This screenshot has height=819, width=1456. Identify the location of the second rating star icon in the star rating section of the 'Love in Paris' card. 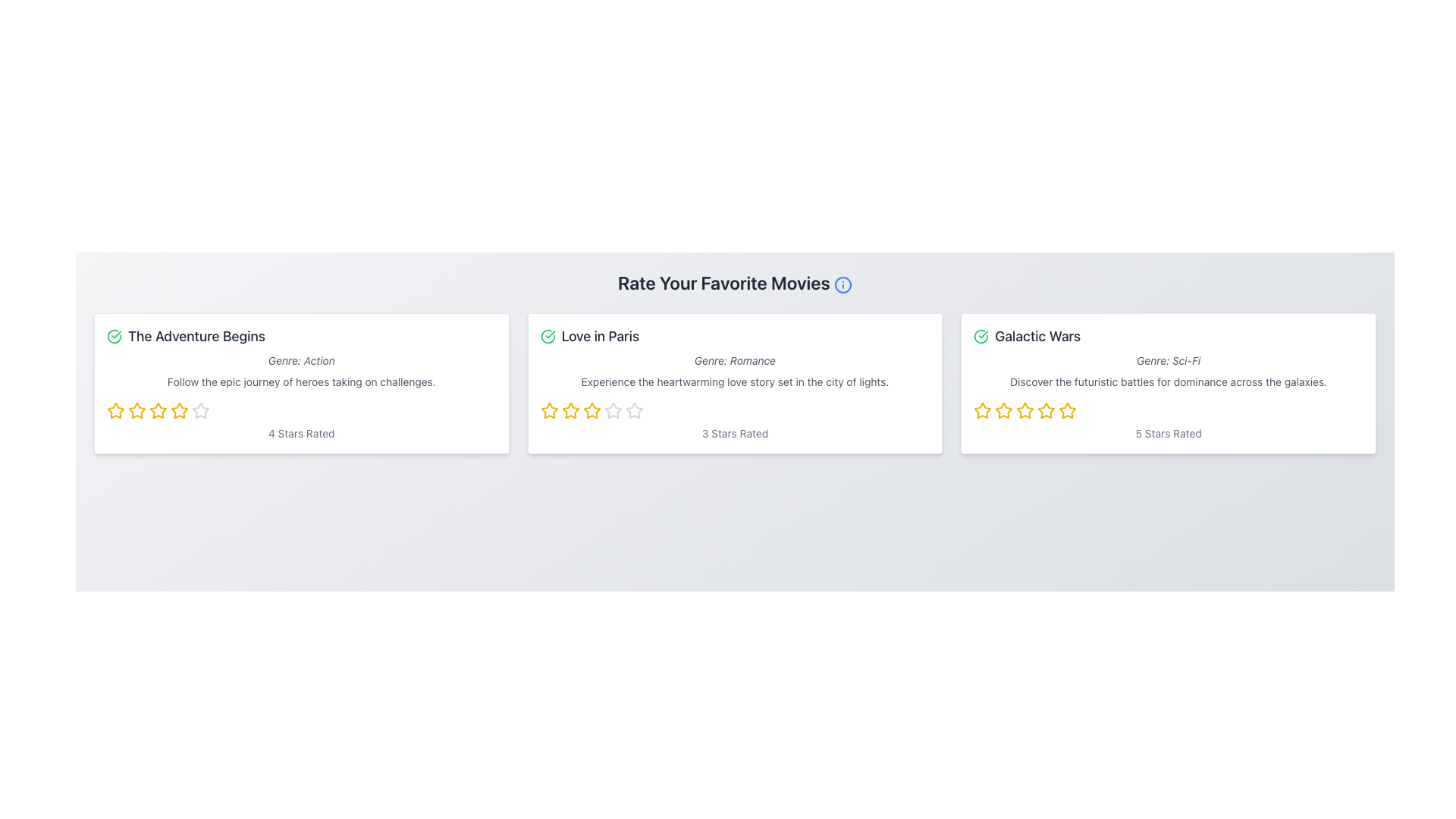
(591, 410).